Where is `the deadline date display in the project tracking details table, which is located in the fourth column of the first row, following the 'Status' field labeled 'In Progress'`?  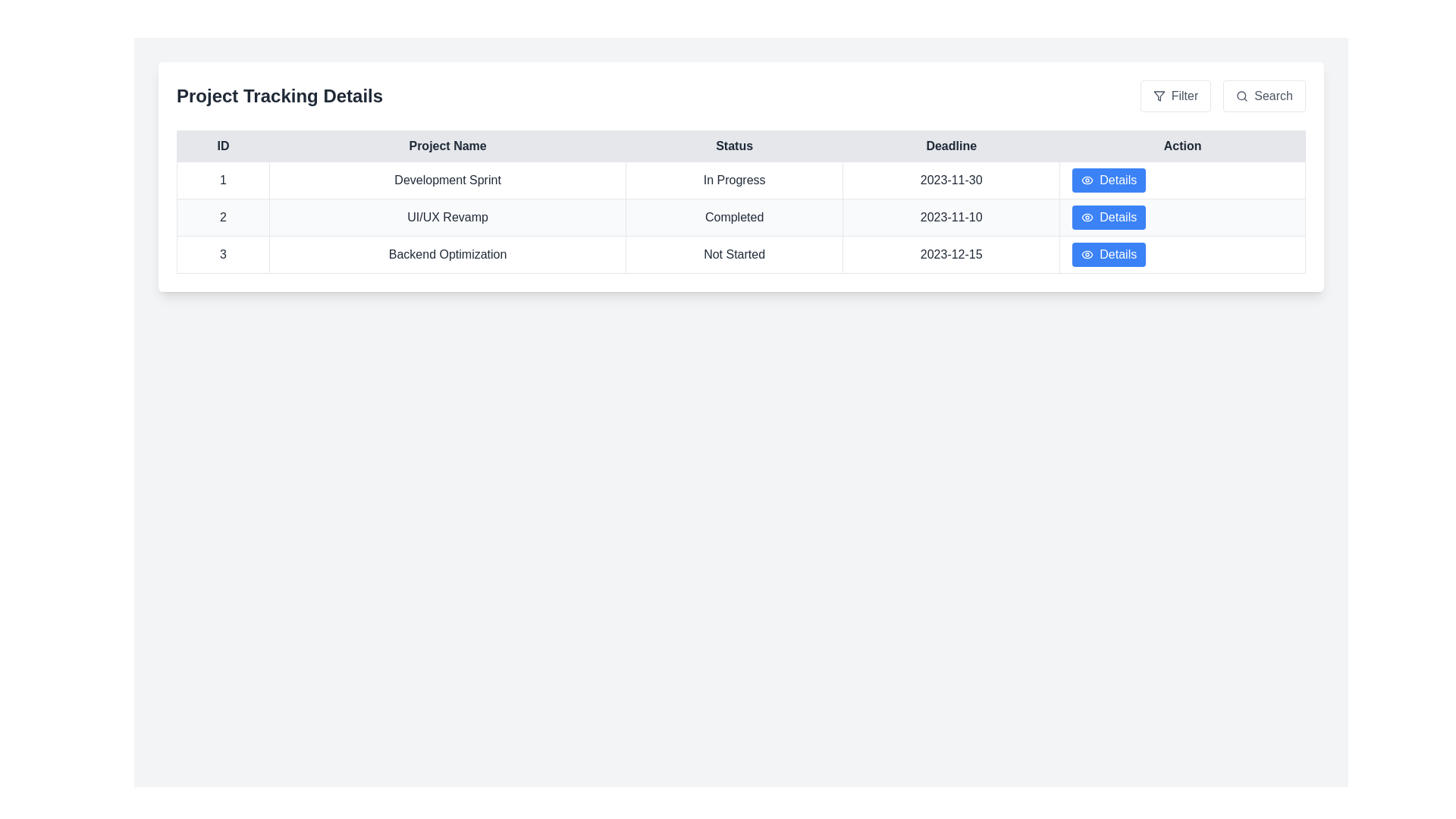
the deadline date display in the project tracking details table, which is located in the fourth column of the first row, following the 'Status' field labeled 'In Progress' is located at coordinates (950, 180).